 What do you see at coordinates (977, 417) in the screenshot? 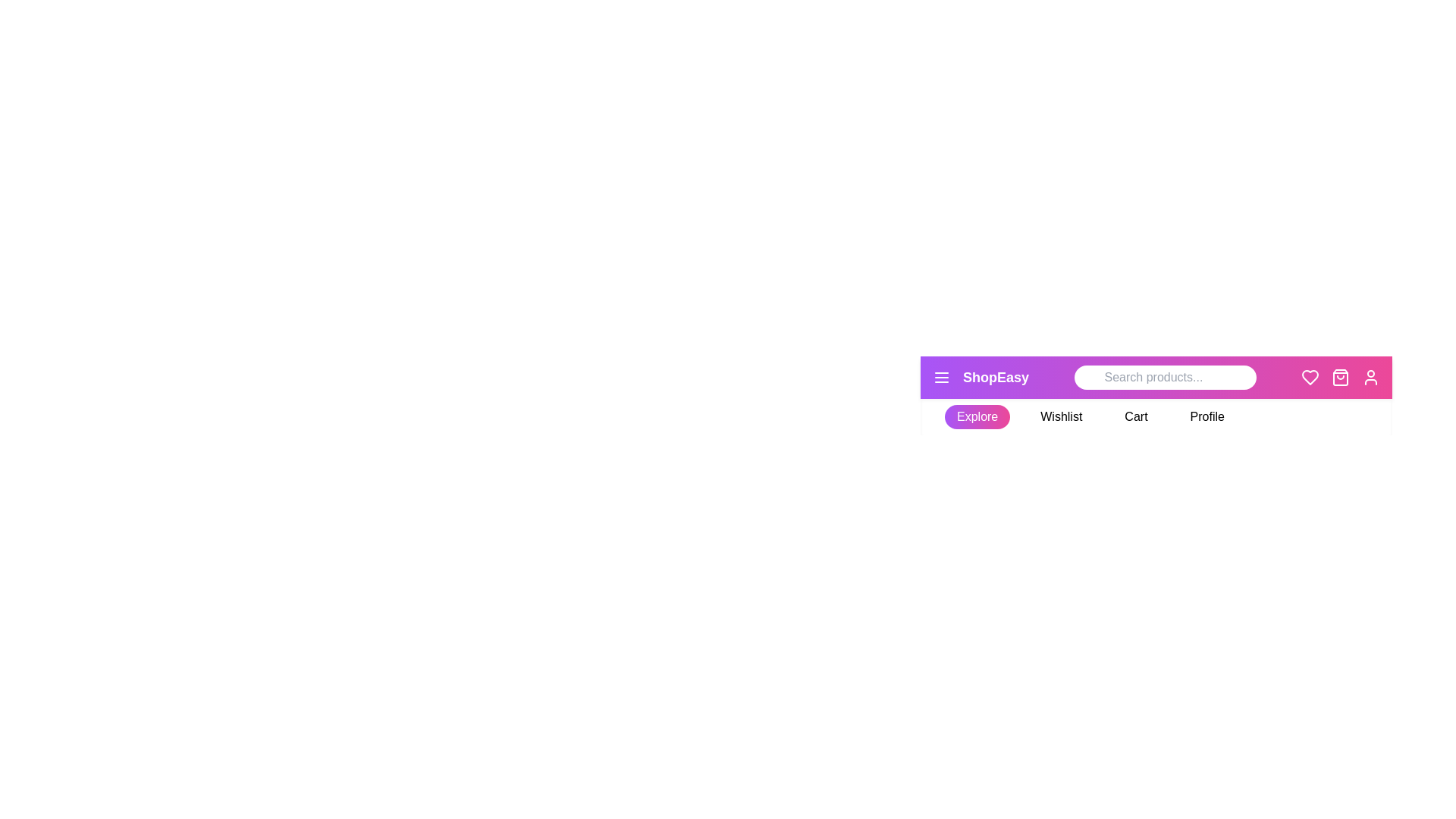
I see `the Explore tab to activate it` at bounding box center [977, 417].